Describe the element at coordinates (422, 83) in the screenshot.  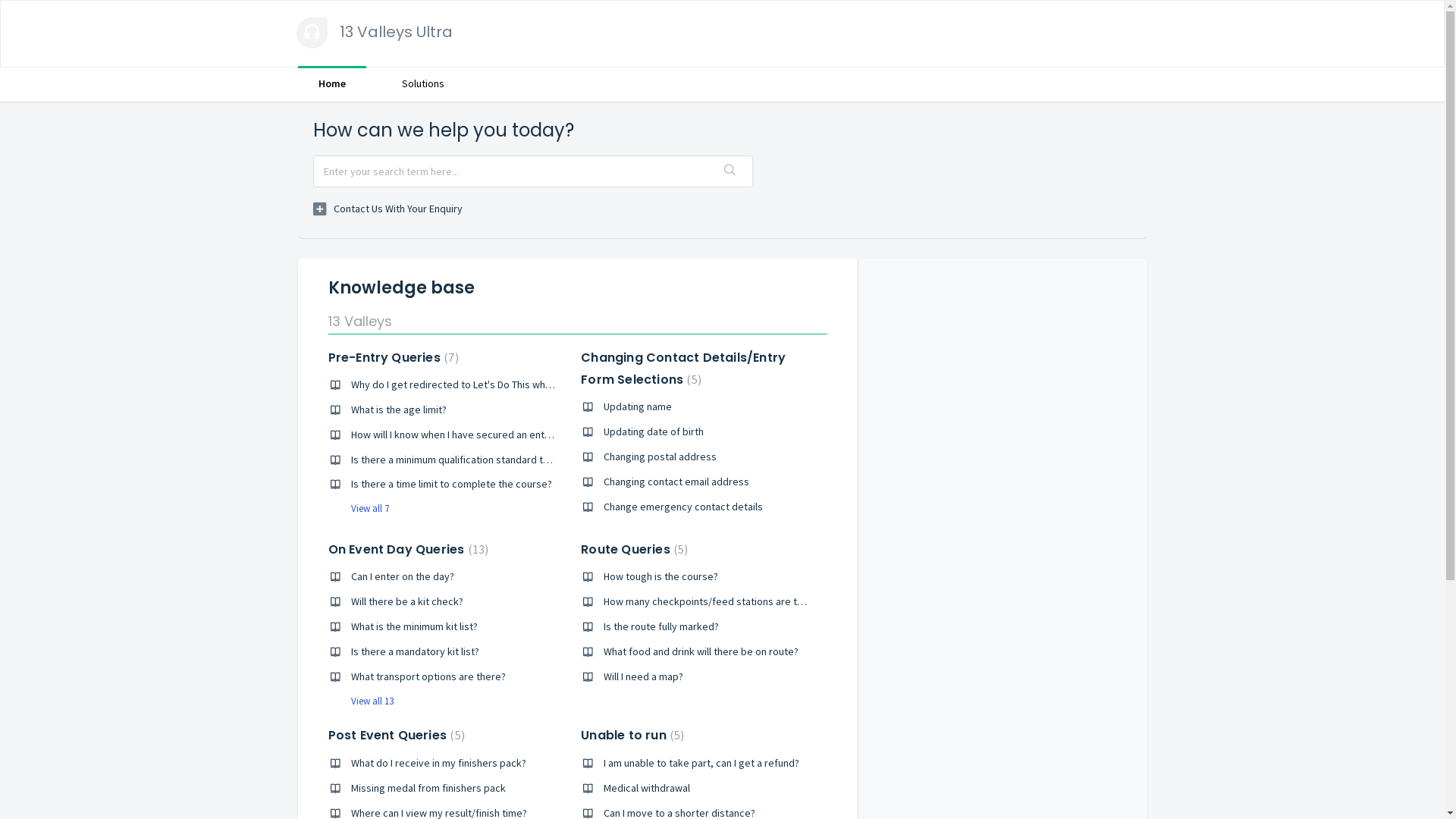
I see `'Solutions'` at that location.